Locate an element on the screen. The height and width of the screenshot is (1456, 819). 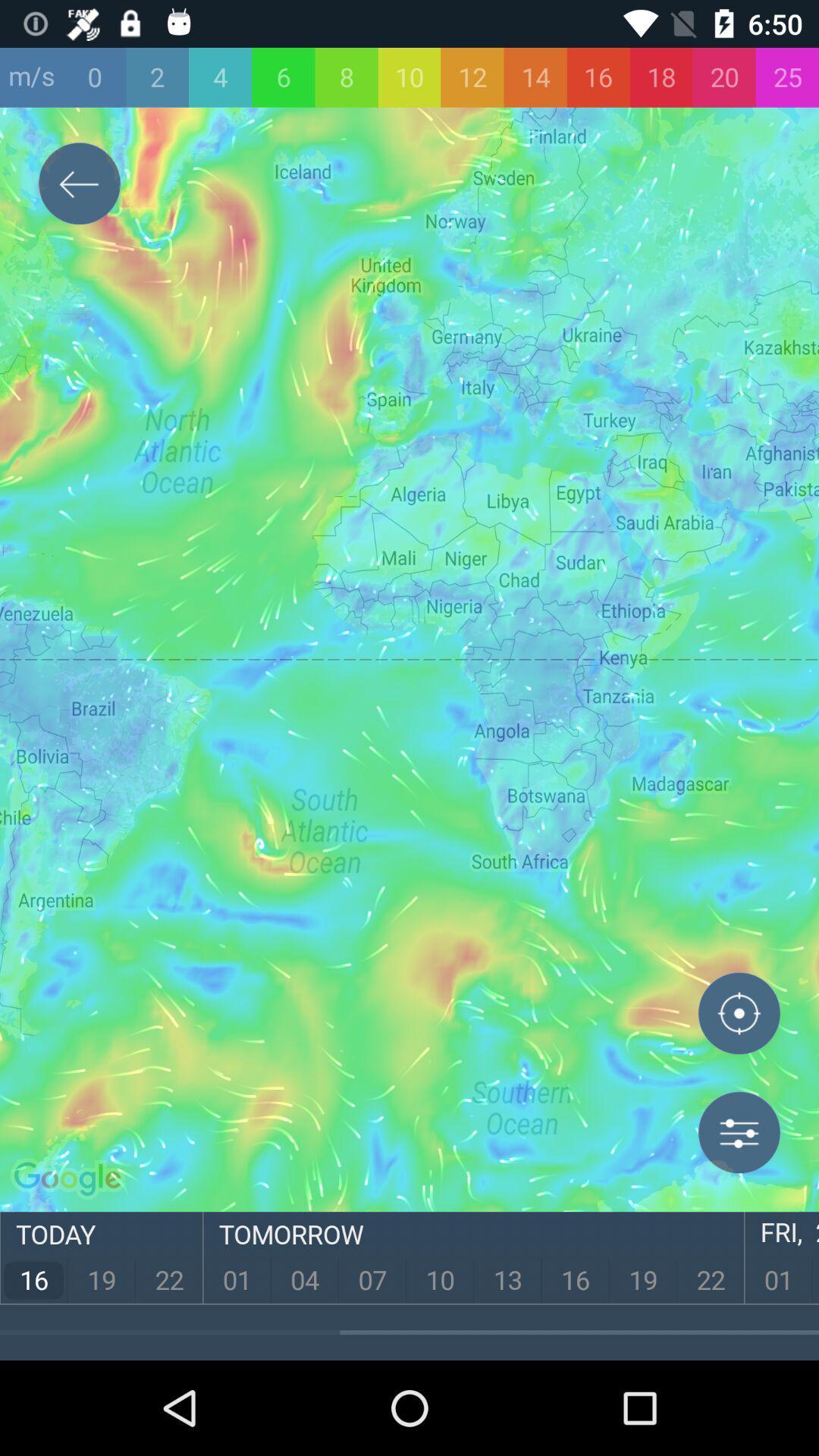
go back is located at coordinates (79, 186).